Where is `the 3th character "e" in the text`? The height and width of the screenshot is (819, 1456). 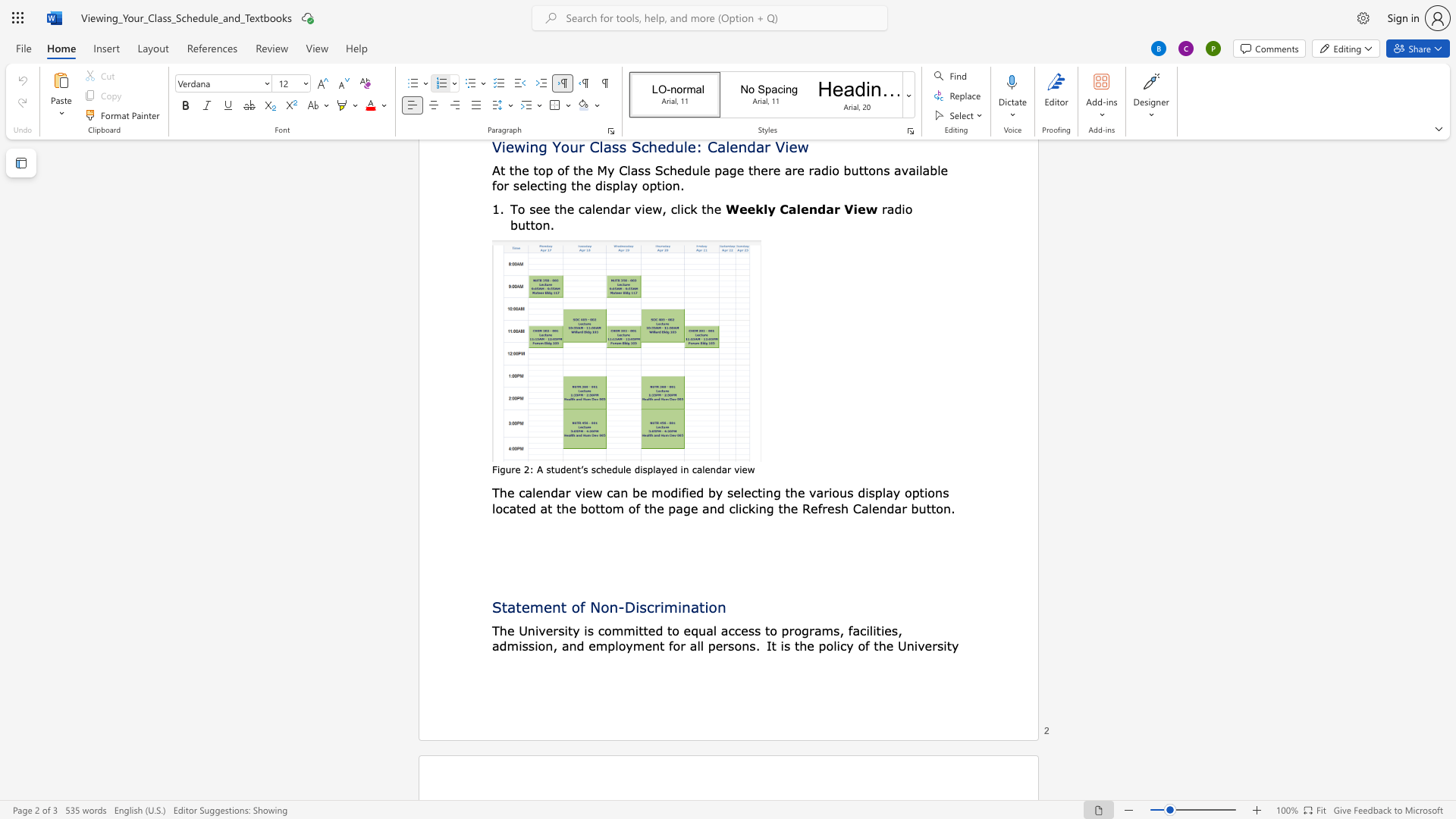
the 3th character "e" in the text is located at coordinates (609, 469).